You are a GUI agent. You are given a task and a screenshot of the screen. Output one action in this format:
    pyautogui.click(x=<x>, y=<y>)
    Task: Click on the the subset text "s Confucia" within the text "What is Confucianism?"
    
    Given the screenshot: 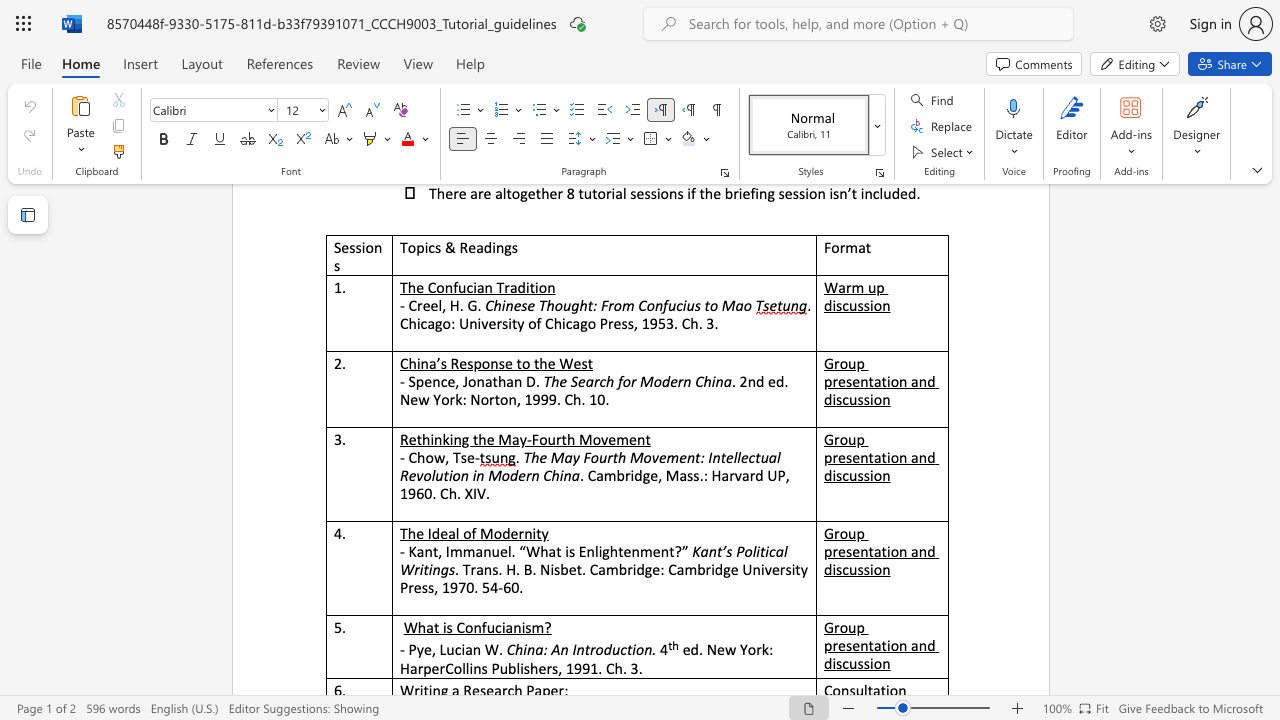 What is the action you would take?
    pyautogui.click(x=445, y=626)
    